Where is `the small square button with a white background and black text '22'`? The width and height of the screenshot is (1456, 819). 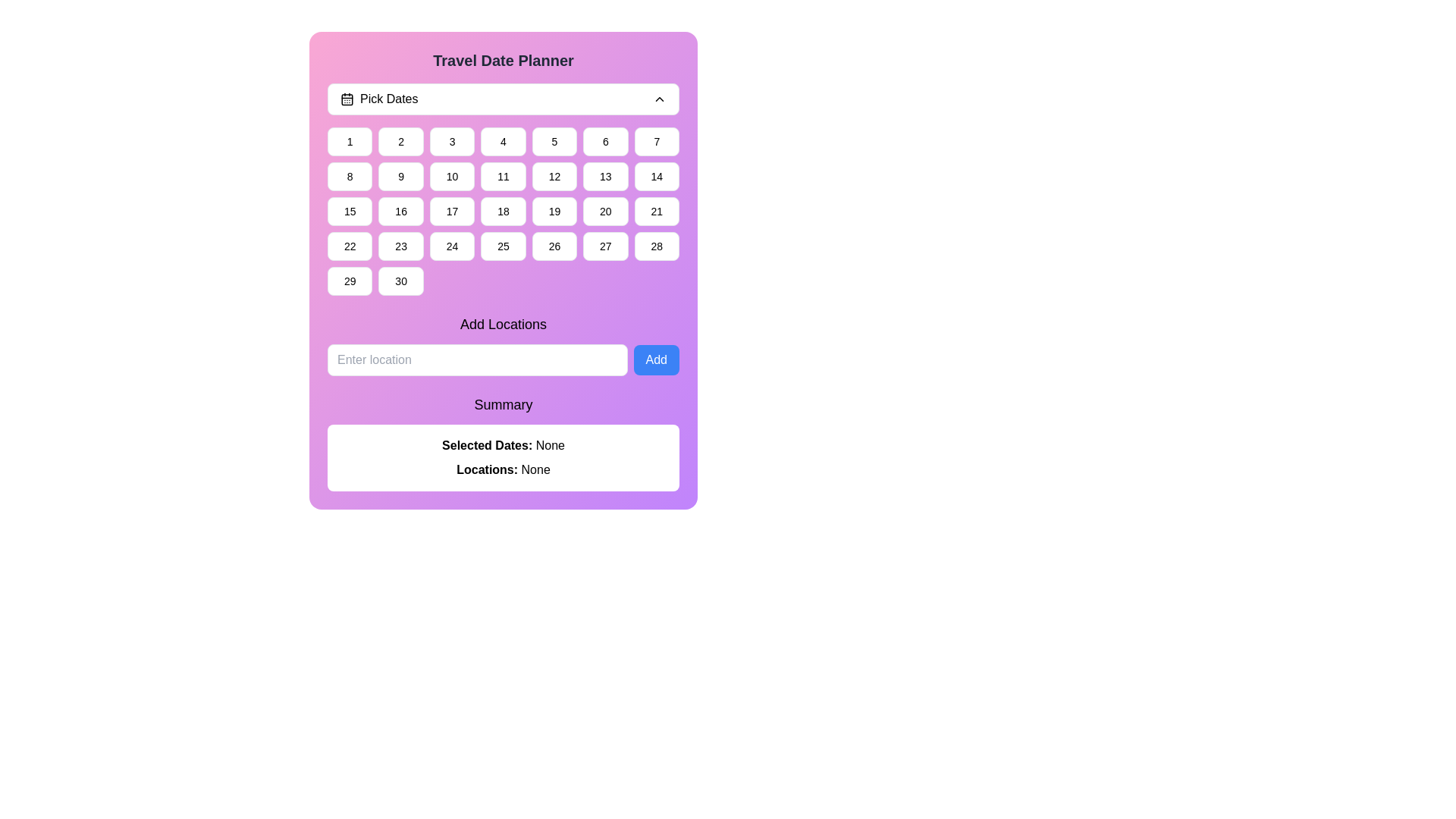 the small square button with a white background and black text '22' is located at coordinates (349, 245).